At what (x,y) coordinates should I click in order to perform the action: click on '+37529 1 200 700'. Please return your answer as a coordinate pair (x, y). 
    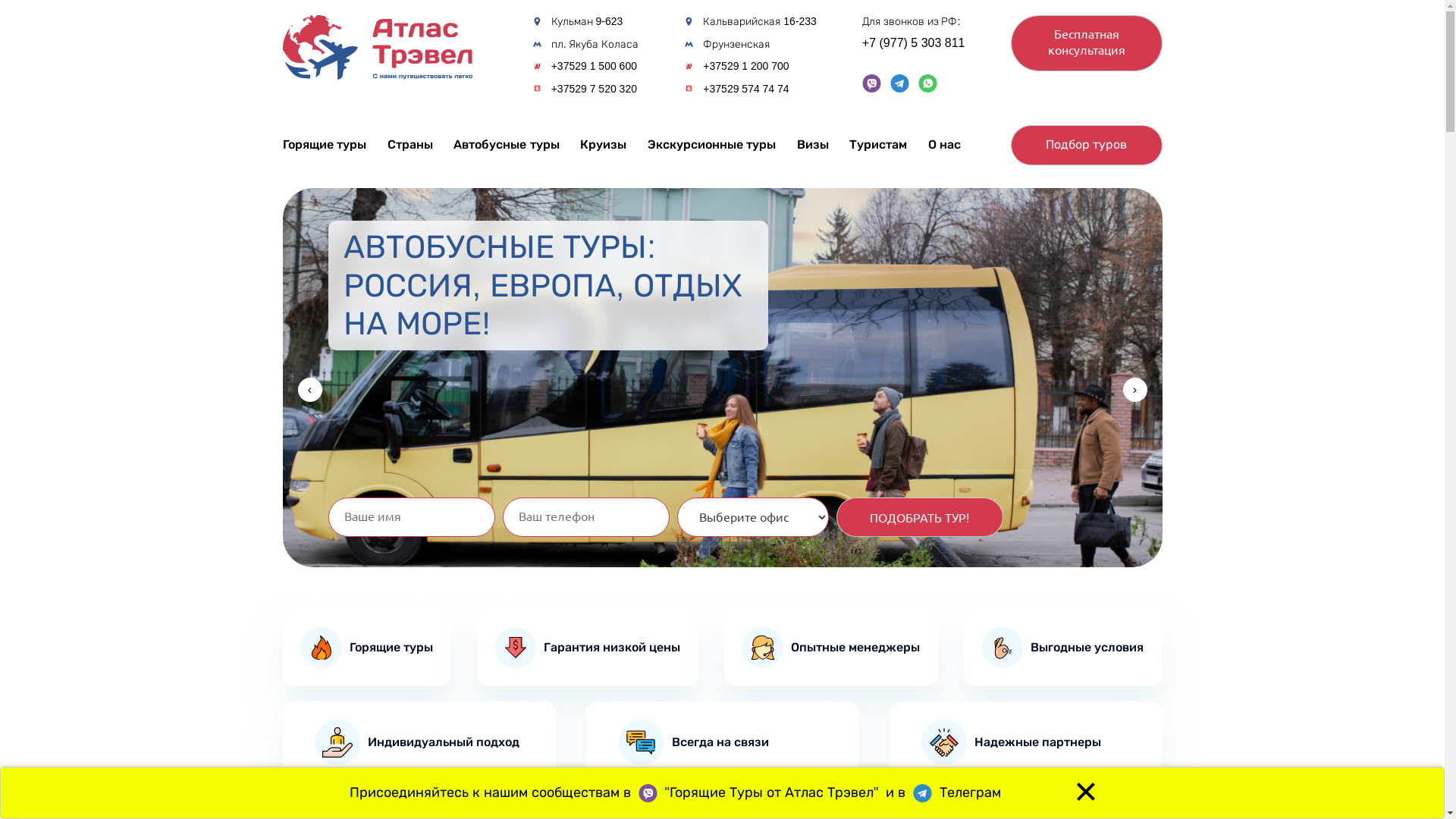
    Looking at the image, I should click on (701, 65).